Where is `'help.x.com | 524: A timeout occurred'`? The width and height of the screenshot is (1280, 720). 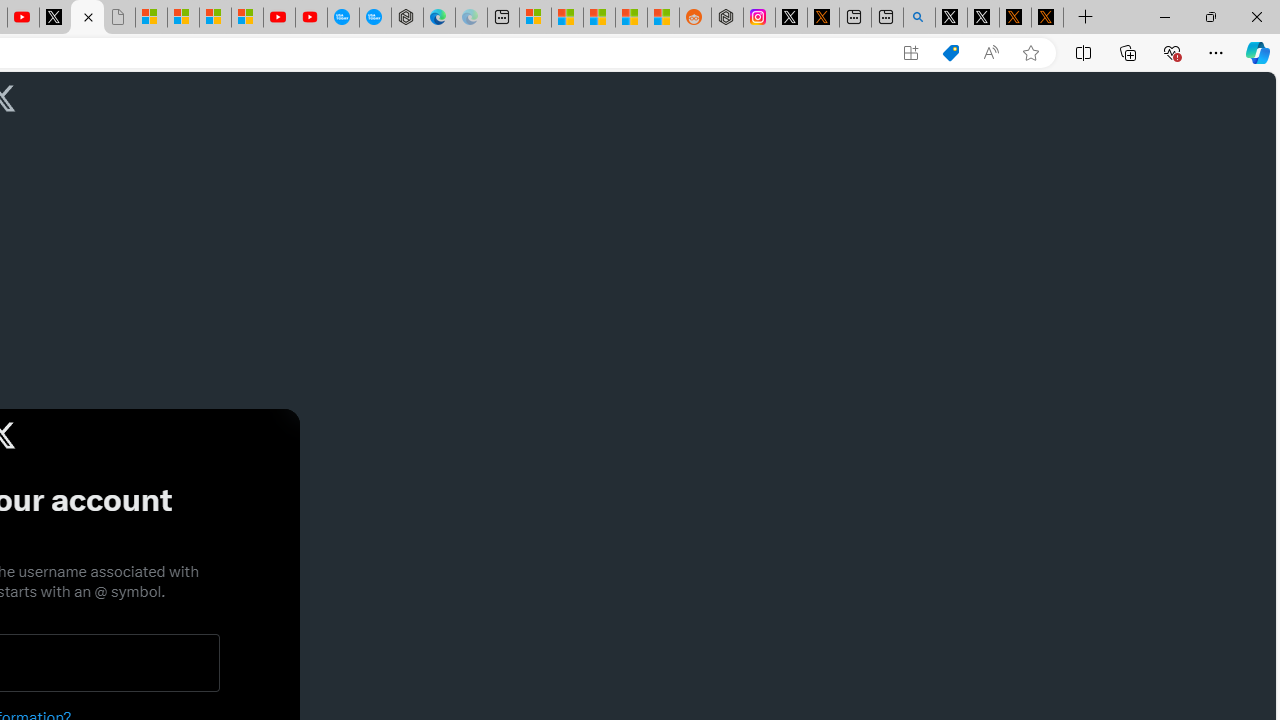
'help.x.com | 524: A timeout occurred' is located at coordinates (823, 17).